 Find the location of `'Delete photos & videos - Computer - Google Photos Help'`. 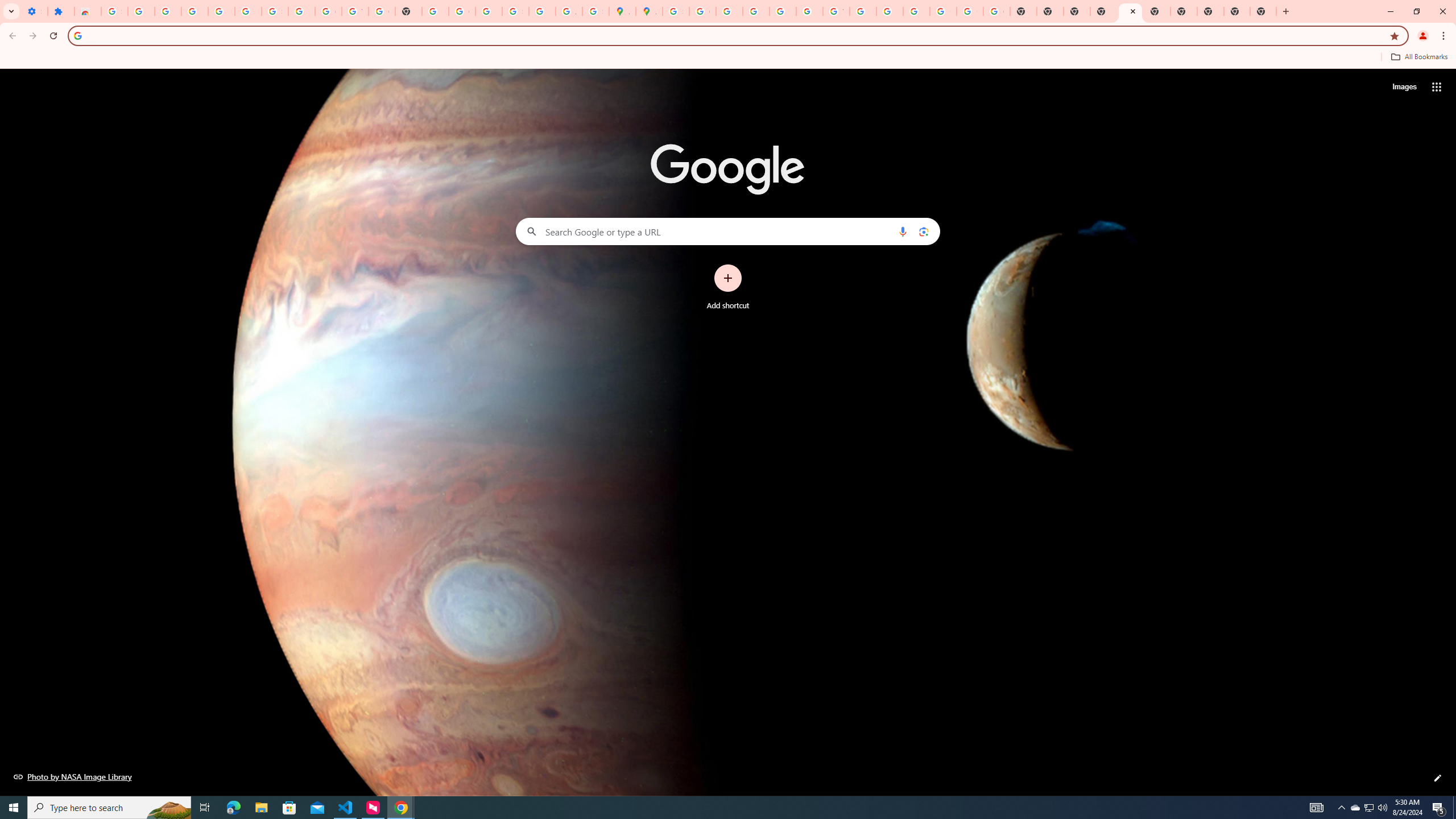

'Delete photos & videos - Computer - Google Photos Help' is located at coordinates (194, 11).